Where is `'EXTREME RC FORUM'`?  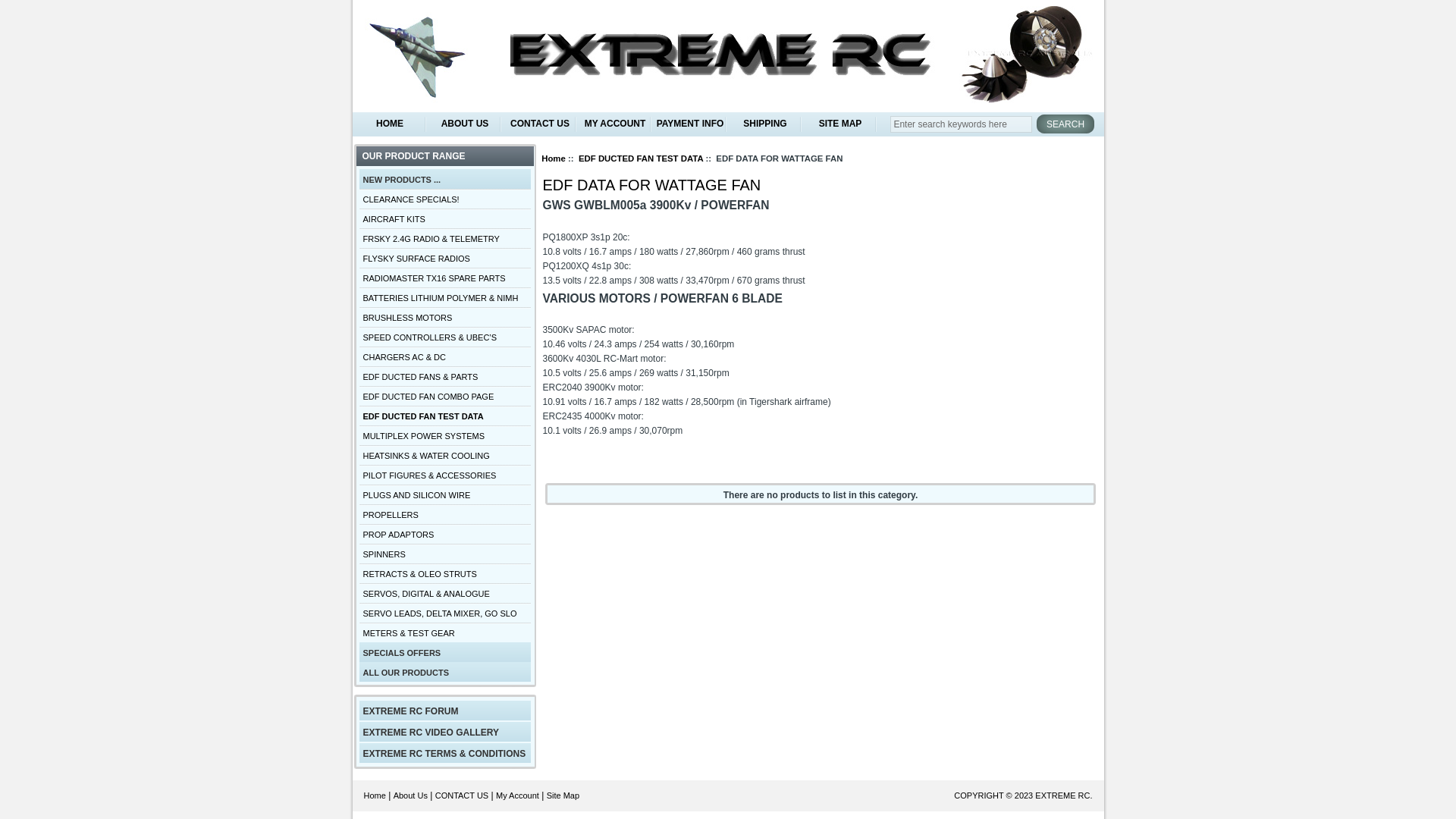
'EXTREME RC FORUM' is located at coordinates (444, 711).